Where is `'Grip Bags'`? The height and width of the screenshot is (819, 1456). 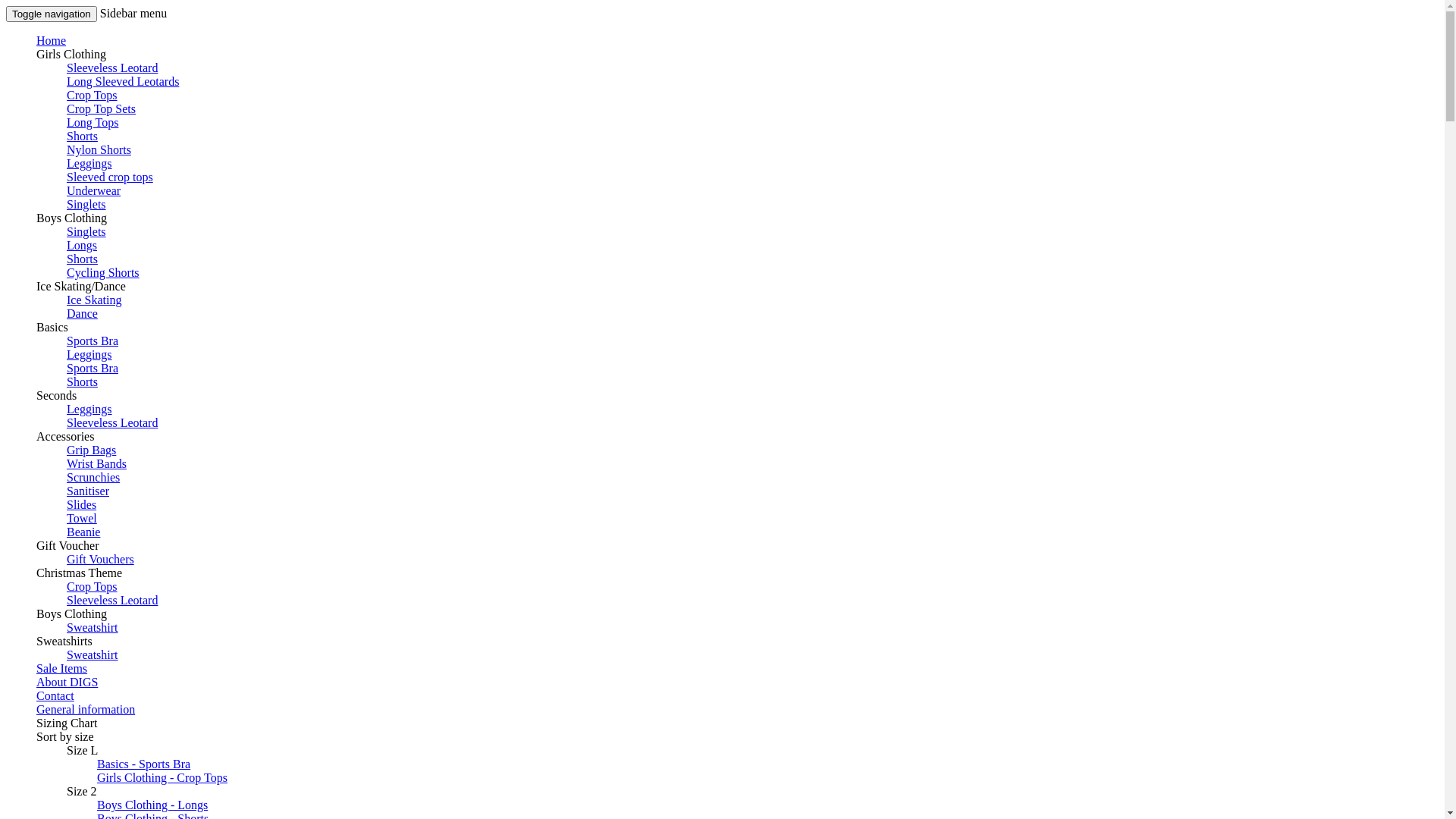
'Grip Bags' is located at coordinates (90, 449).